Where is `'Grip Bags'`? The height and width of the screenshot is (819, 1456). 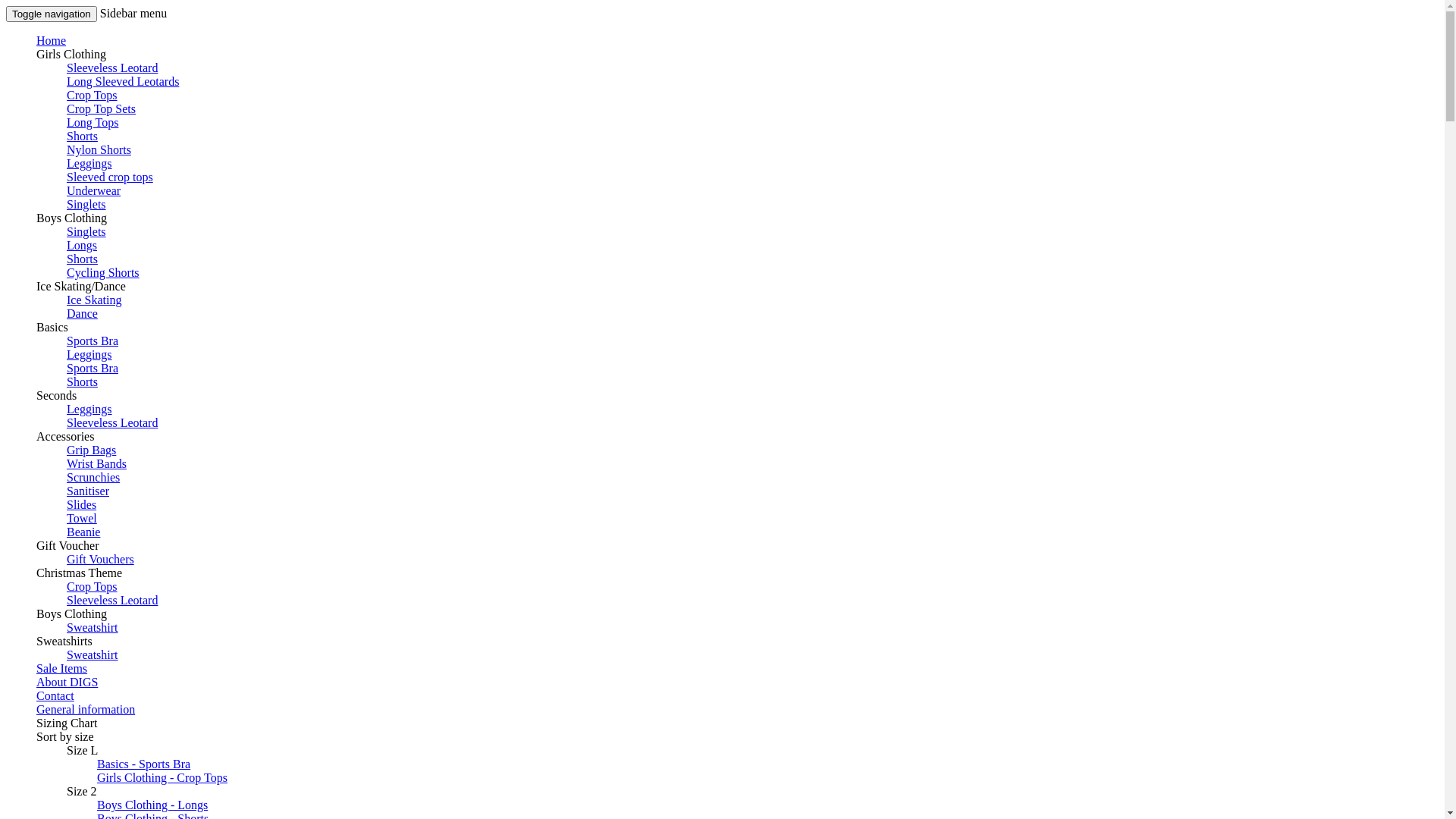
'Grip Bags' is located at coordinates (90, 449).